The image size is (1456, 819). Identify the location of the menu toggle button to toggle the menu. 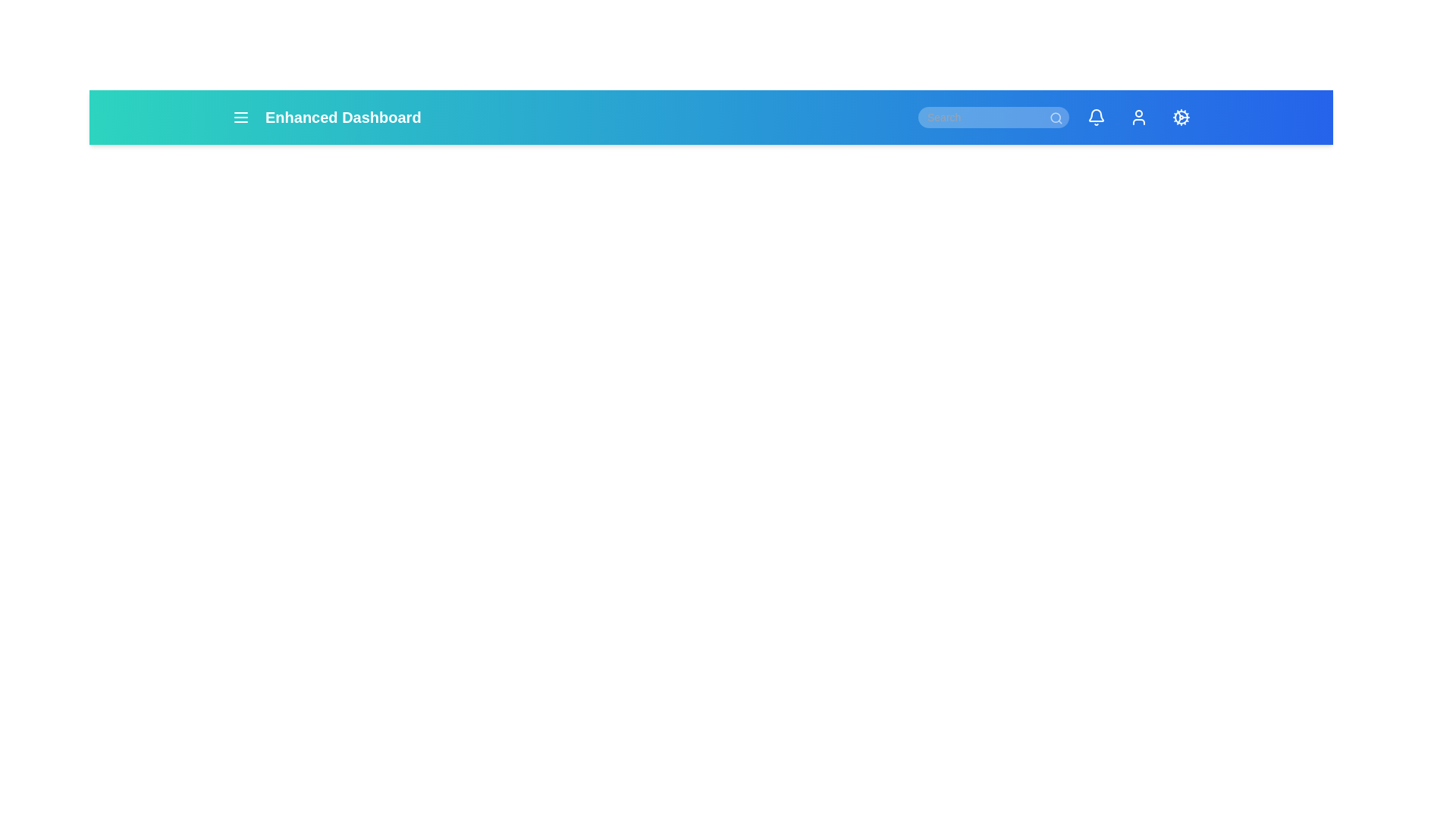
(240, 116).